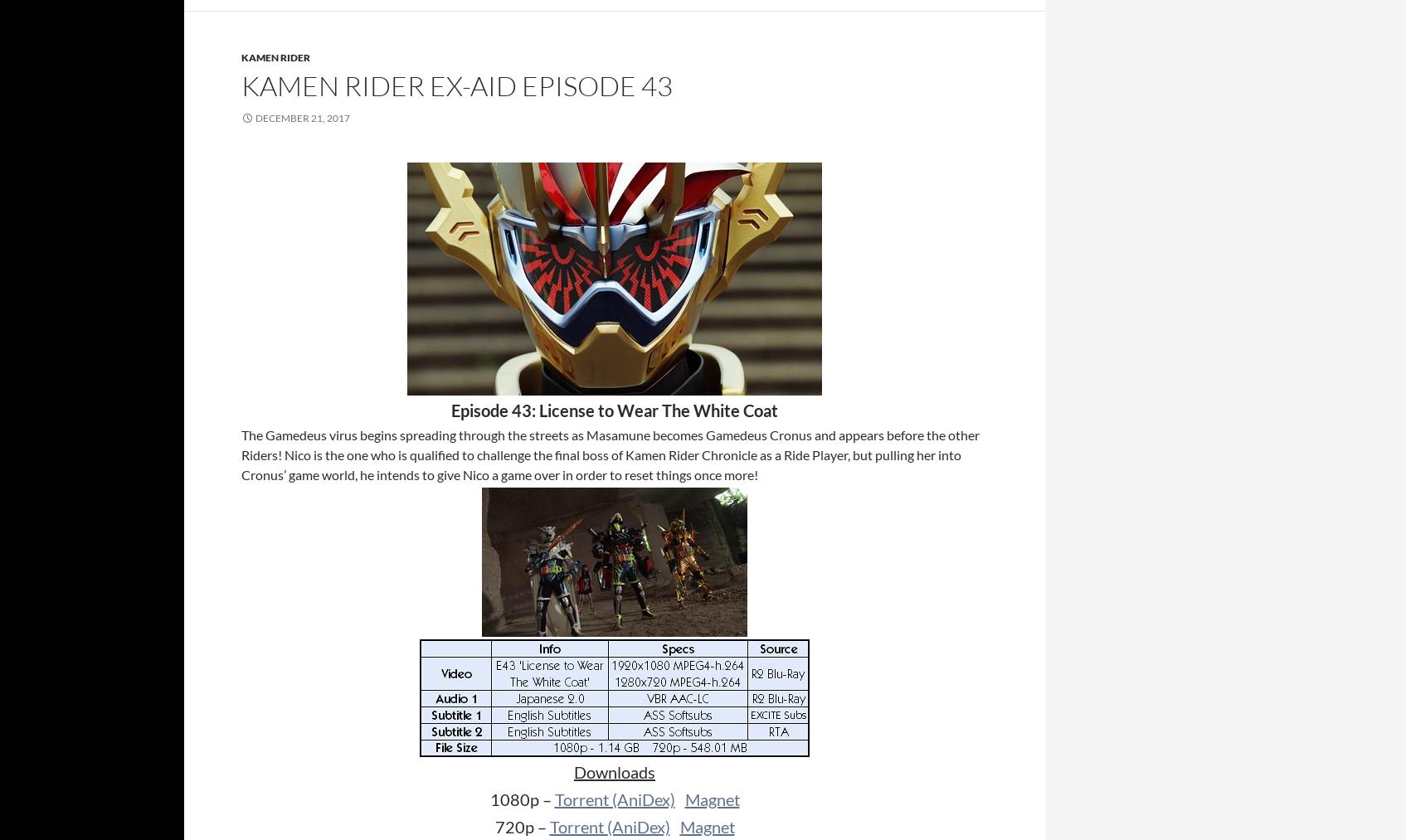 The width and height of the screenshot is (1406, 840). I want to click on '720p –', so click(521, 826).